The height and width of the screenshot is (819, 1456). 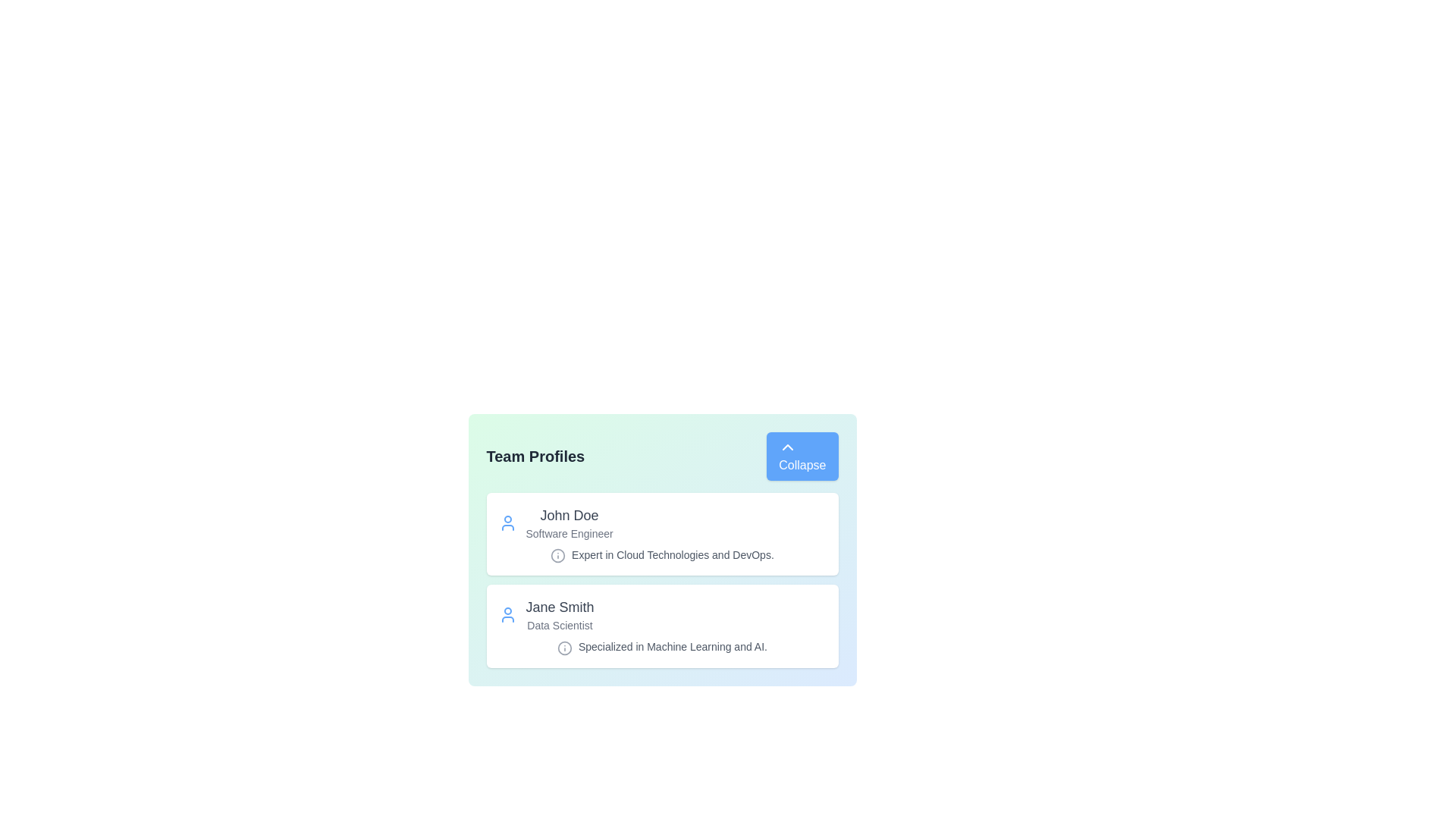 I want to click on the user icon of the profile identified by Jane Smith, so click(x=507, y=615).